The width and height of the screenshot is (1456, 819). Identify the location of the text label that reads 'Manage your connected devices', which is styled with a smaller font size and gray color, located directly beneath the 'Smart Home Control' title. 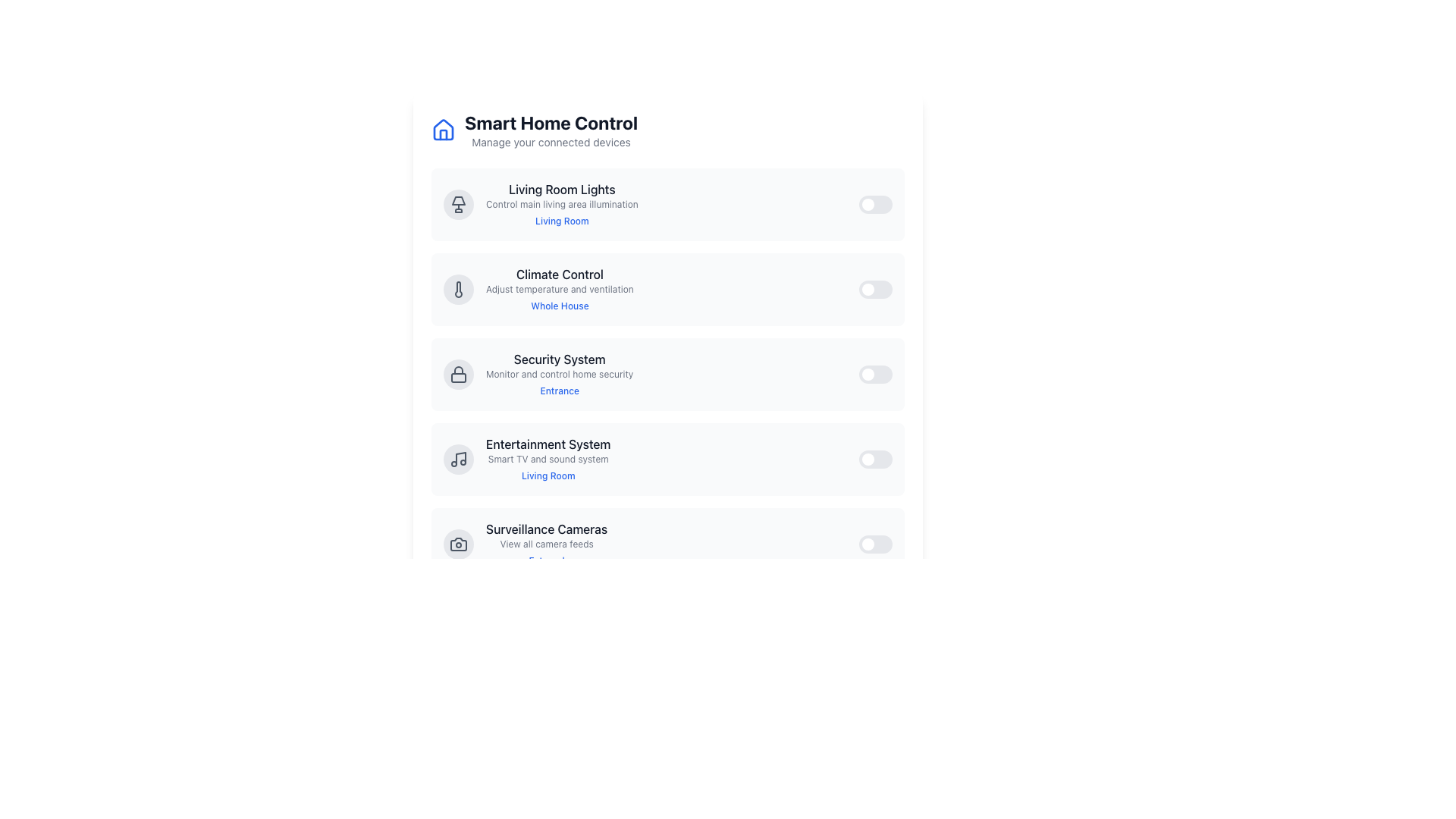
(551, 143).